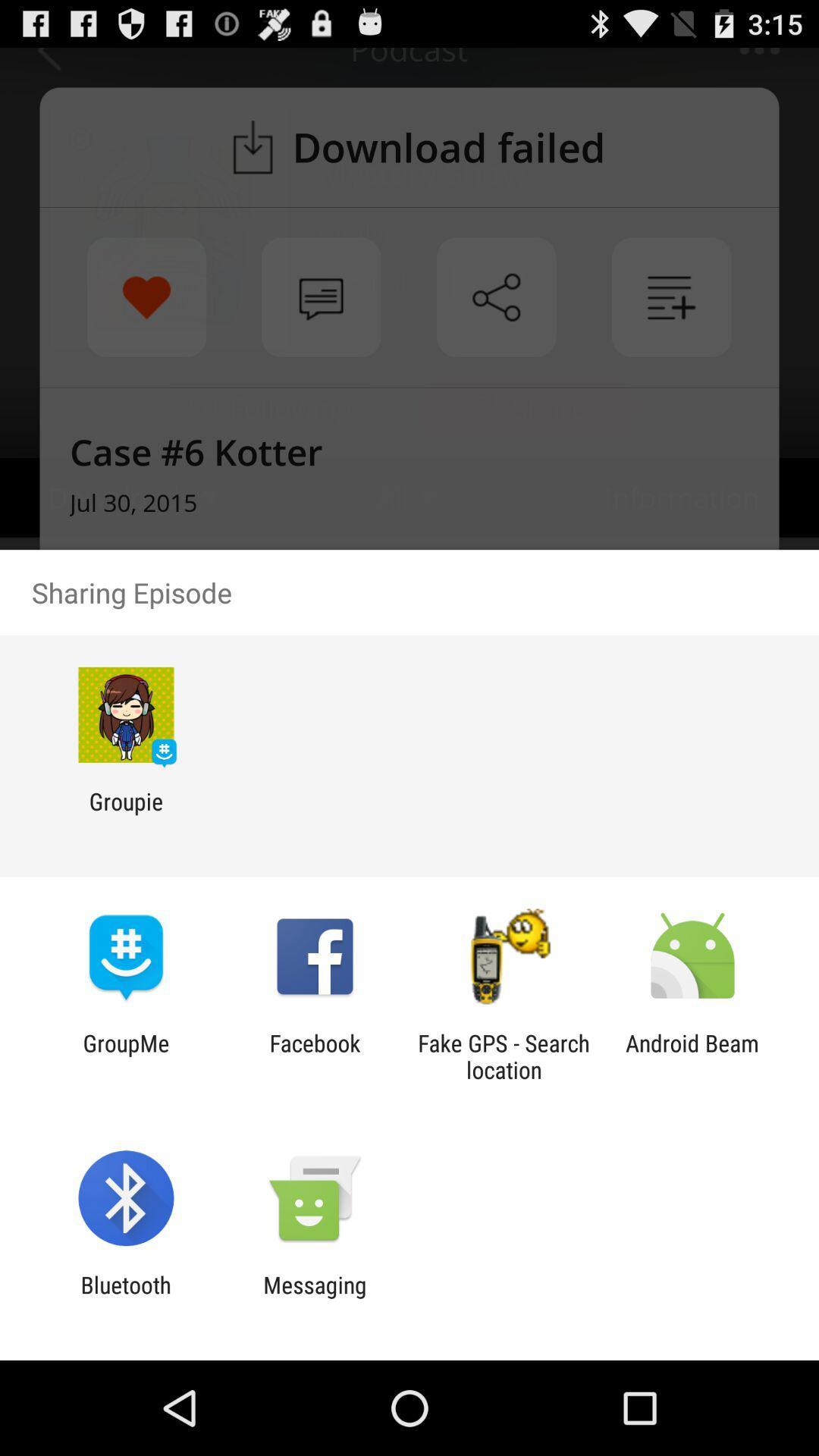 This screenshot has width=819, height=1456. Describe the element at coordinates (314, 1056) in the screenshot. I see `item next to groupme app` at that location.